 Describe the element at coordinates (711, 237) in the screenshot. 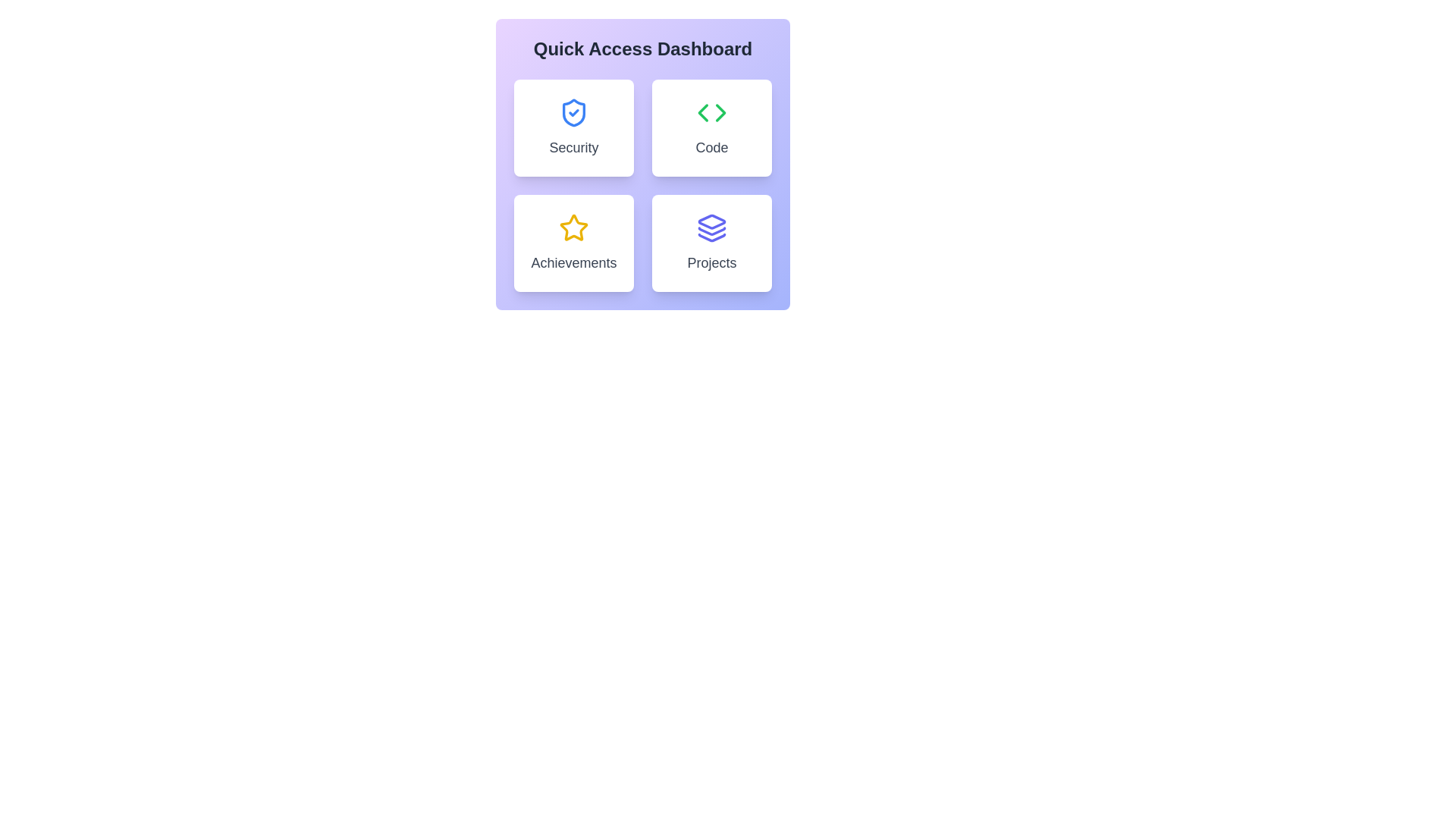

I see `the layered icon located in the center-right quadrant of the interface` at that location.